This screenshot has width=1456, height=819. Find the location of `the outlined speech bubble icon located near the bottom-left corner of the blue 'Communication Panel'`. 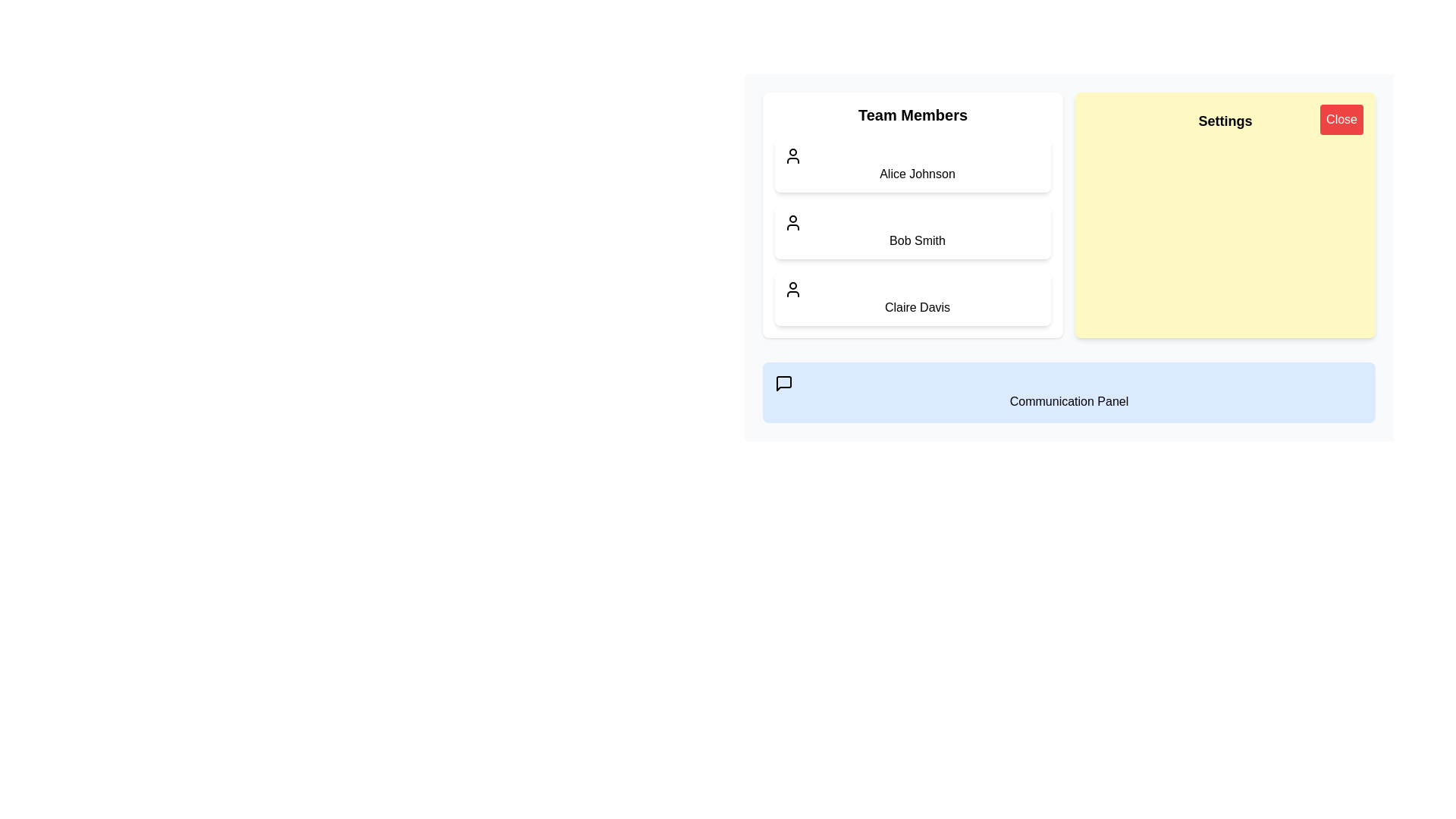

the outlined speech bubble icon located near the bottom-left corner of the blue 'Communication Panel' is located at coordinates (783, 382).